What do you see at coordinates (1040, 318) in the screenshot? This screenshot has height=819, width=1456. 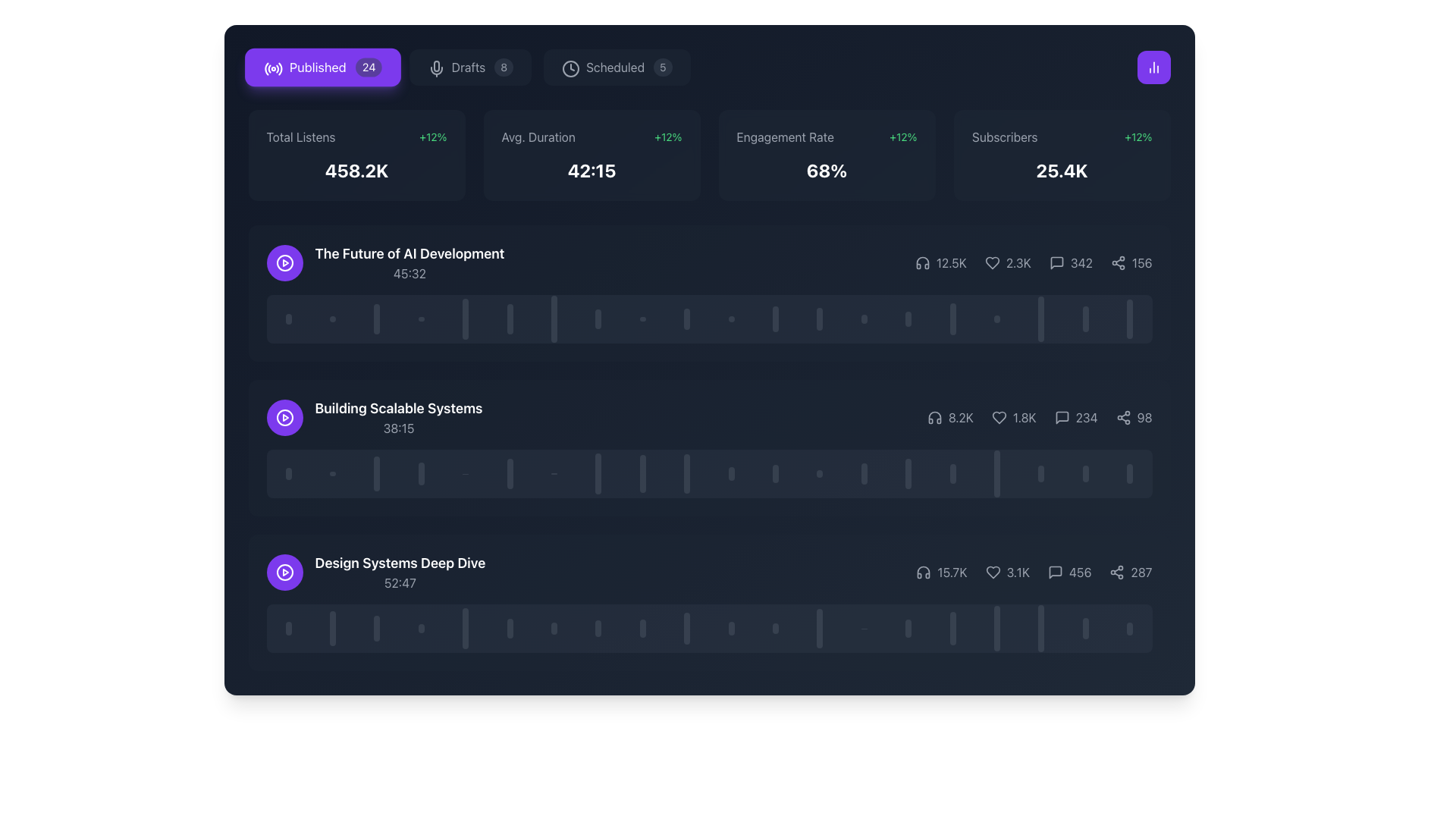 I see `the 18th progress indicator bar located under the second content title, which serves as a visual indicator for value or status` at bounding box center [1040, 318].